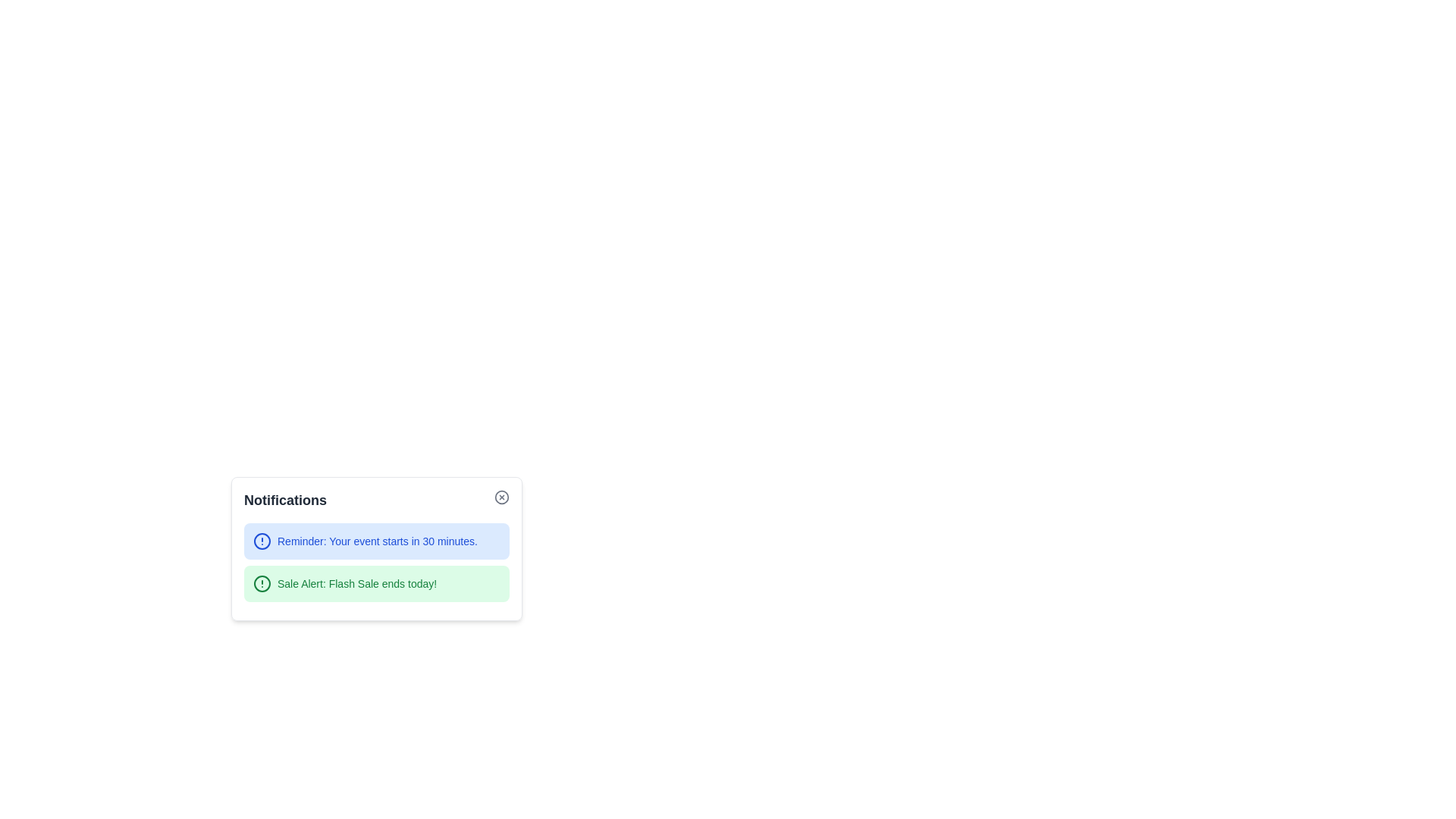  Describe the element at coordinates (262, 583) in the screenshot. I see `the circular icon that indicates the notification message 'Sale Alert: Flash Sale ends today!', located adjacent to the text on the left-hand side` at that location.